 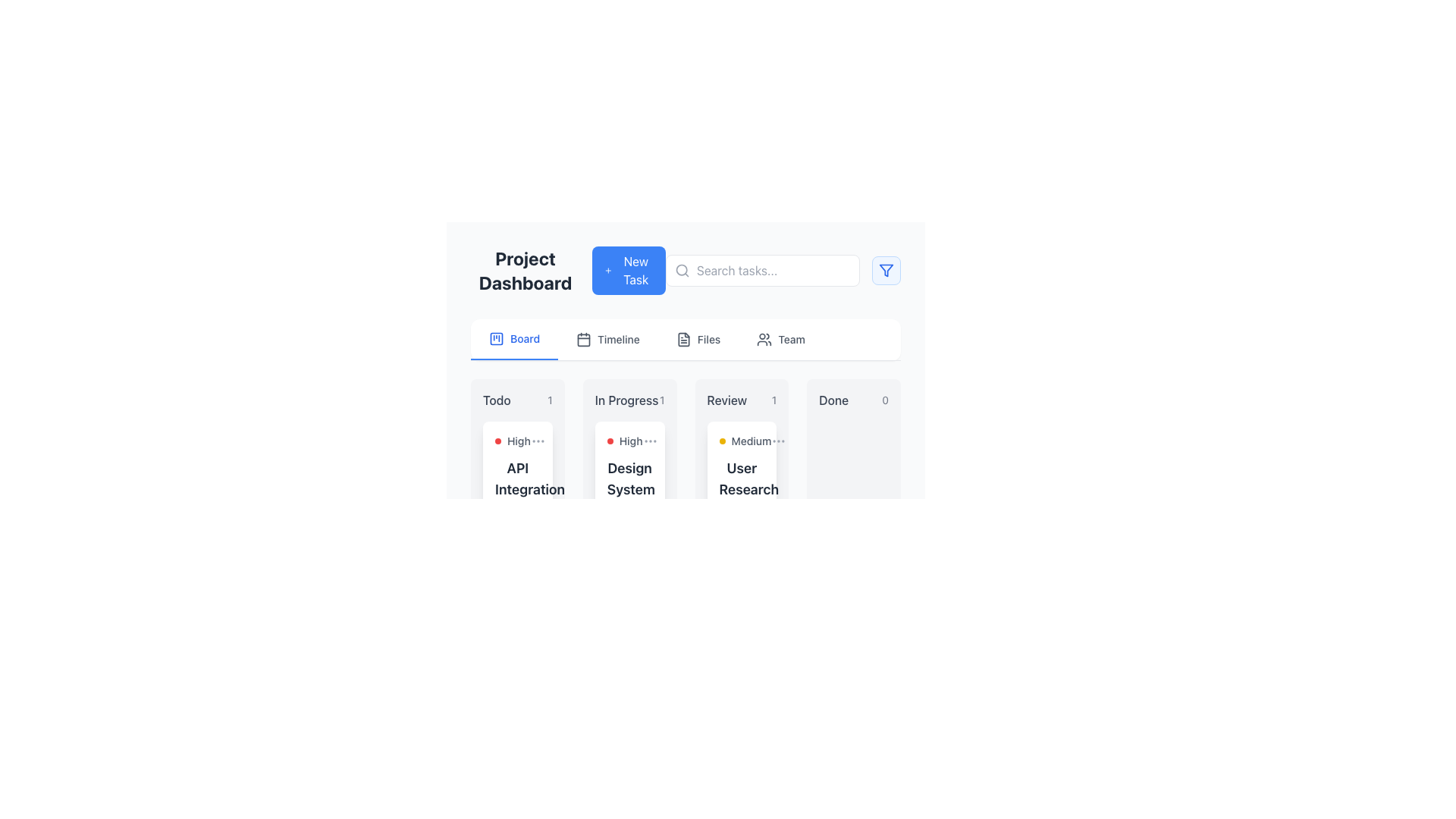 What do you see at coordinates (608, 270) in the screenshot?
I see `the white 'plus' icon within the blue 'New Task' button` at bounding box center [608, 270].